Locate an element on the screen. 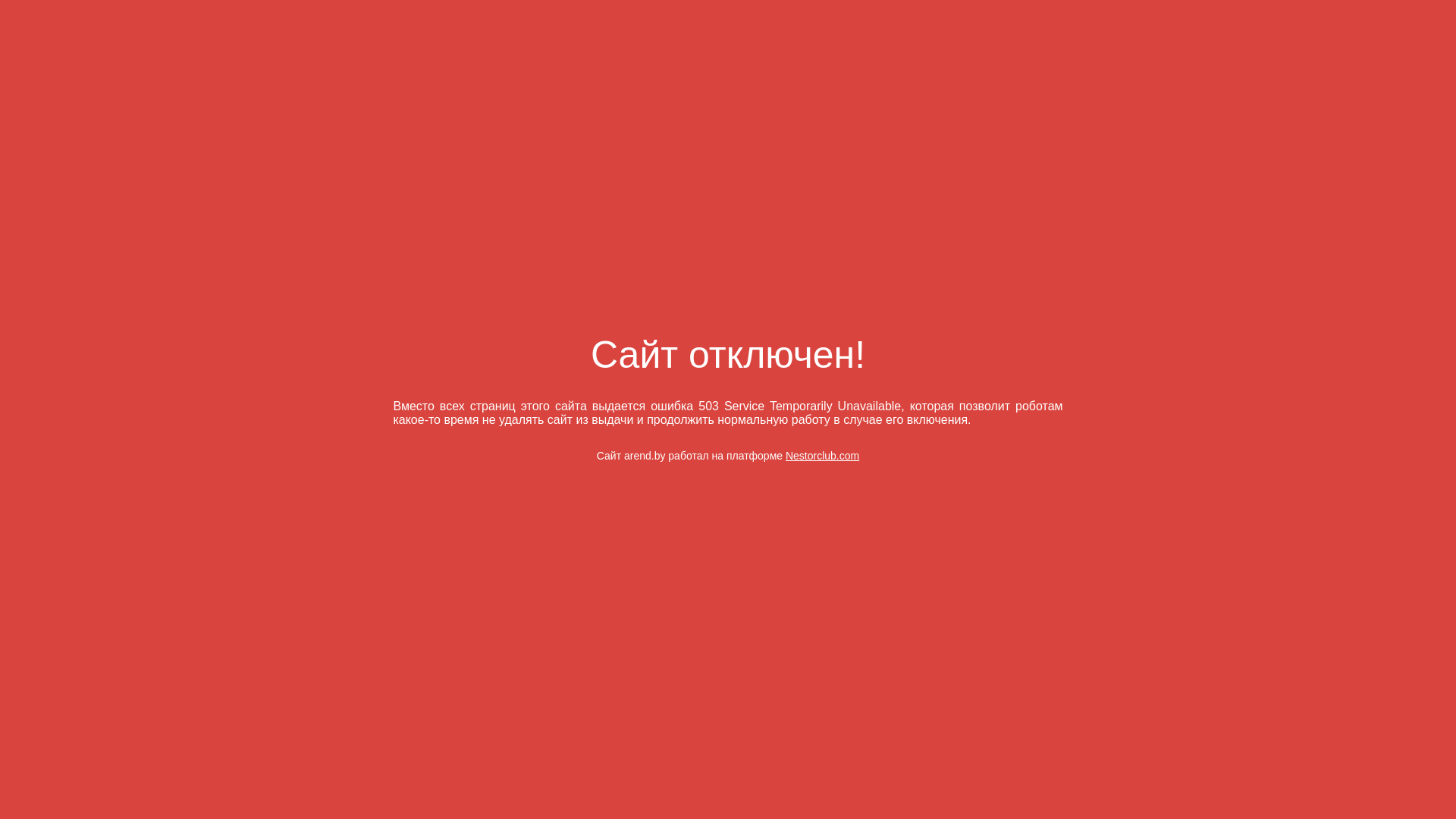  'Nestorclub.com' is located at coordinates (821, 455).